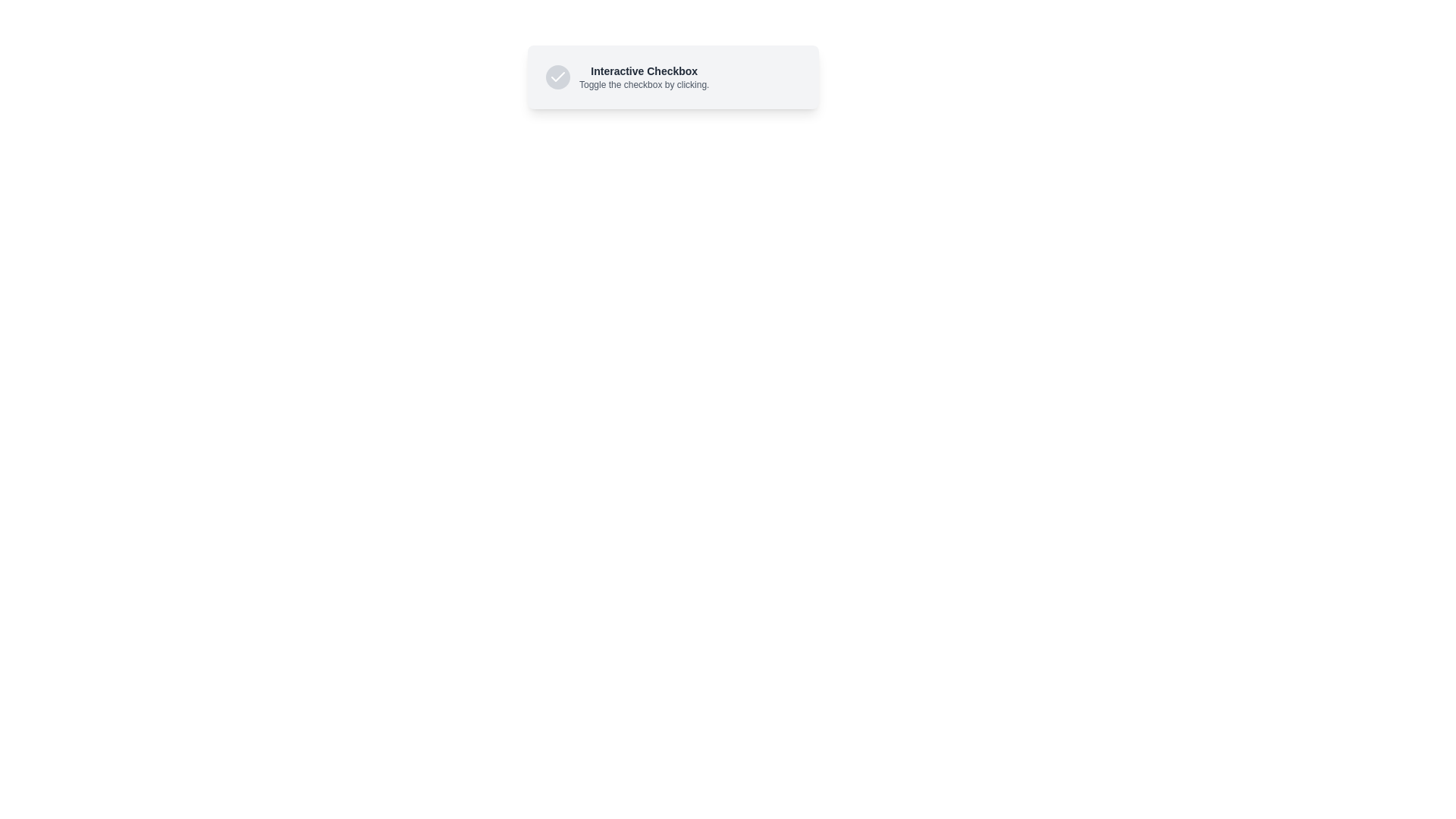 This screenshot has width=1456, height=819. I want to click on the circular toggle button with a light gray background and centered checkmark icon, so click(557, 77).